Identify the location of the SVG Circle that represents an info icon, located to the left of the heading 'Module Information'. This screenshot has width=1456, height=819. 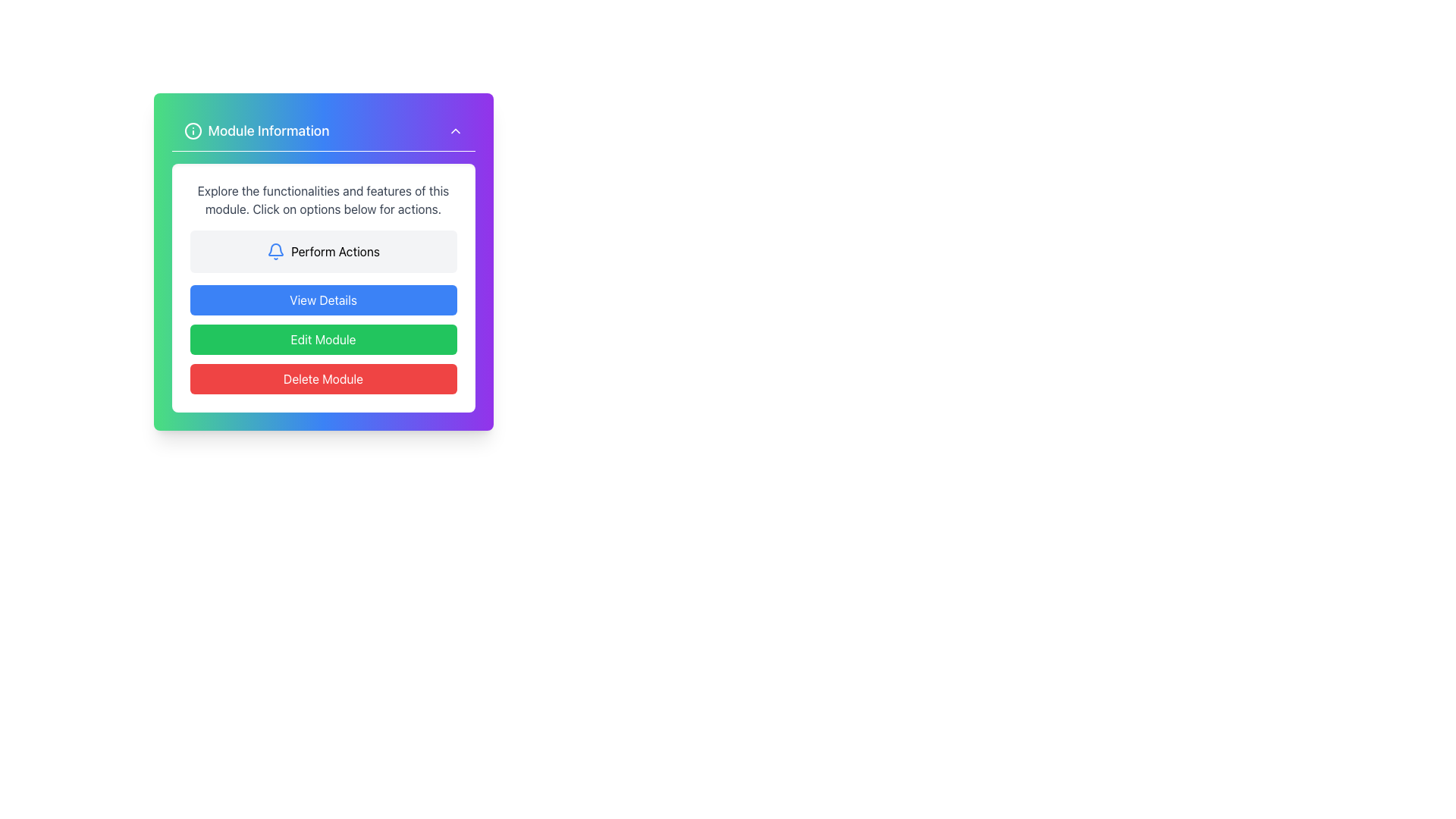
(192, 130).